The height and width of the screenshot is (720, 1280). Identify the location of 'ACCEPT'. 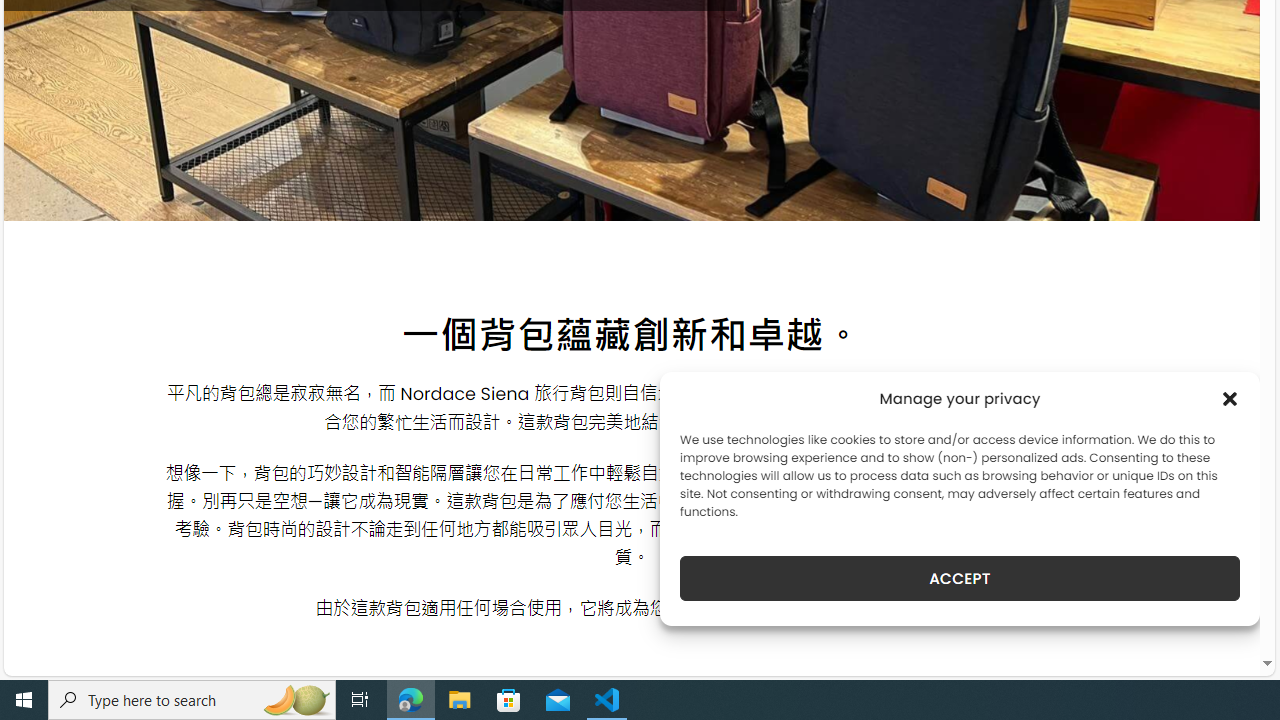
(960, 578).